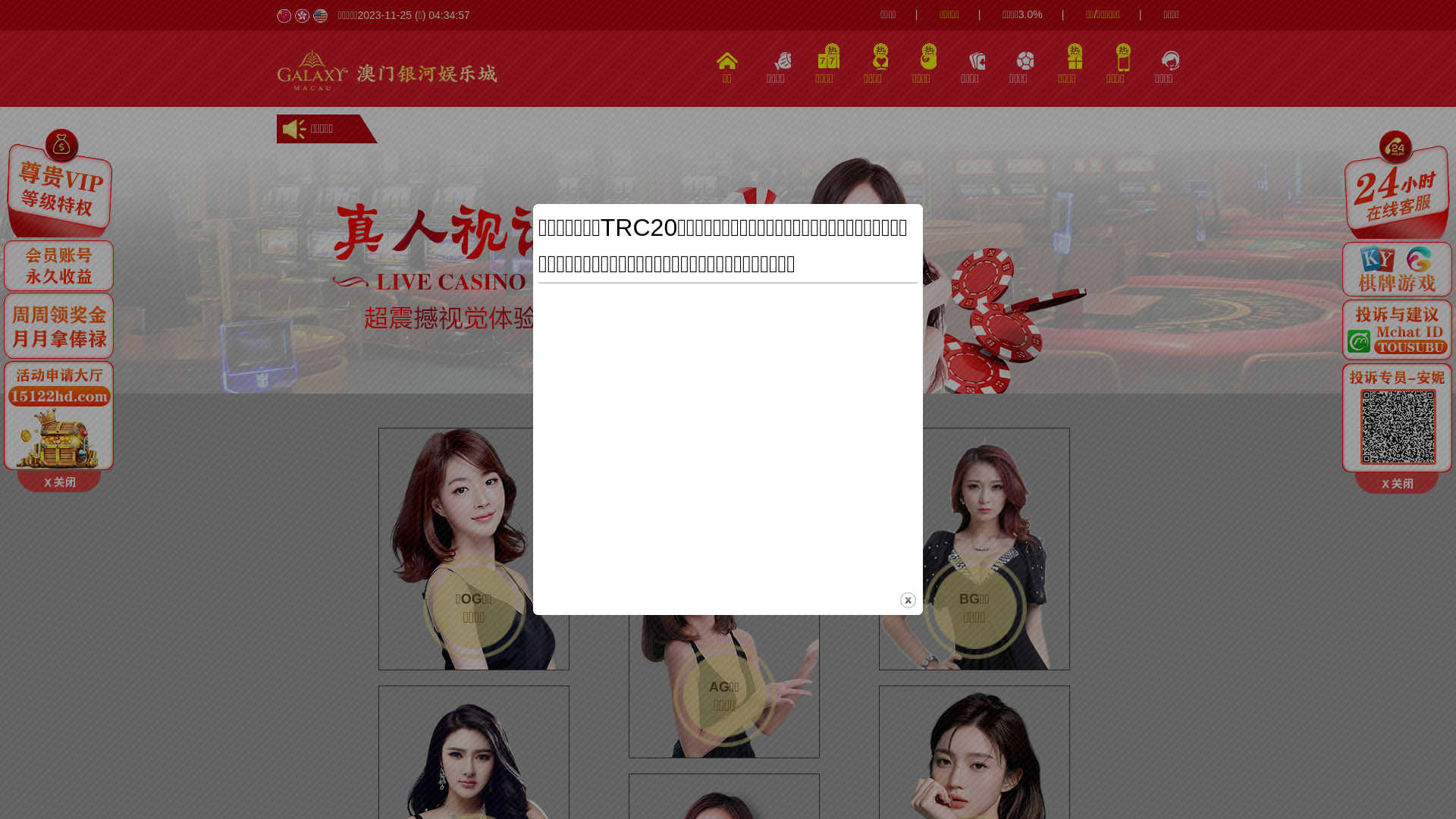 The height and width of the screenshot is (819, 1456). Describe the element at coordinates (908, 599) in the screenshot. I see `'close'` at that location.